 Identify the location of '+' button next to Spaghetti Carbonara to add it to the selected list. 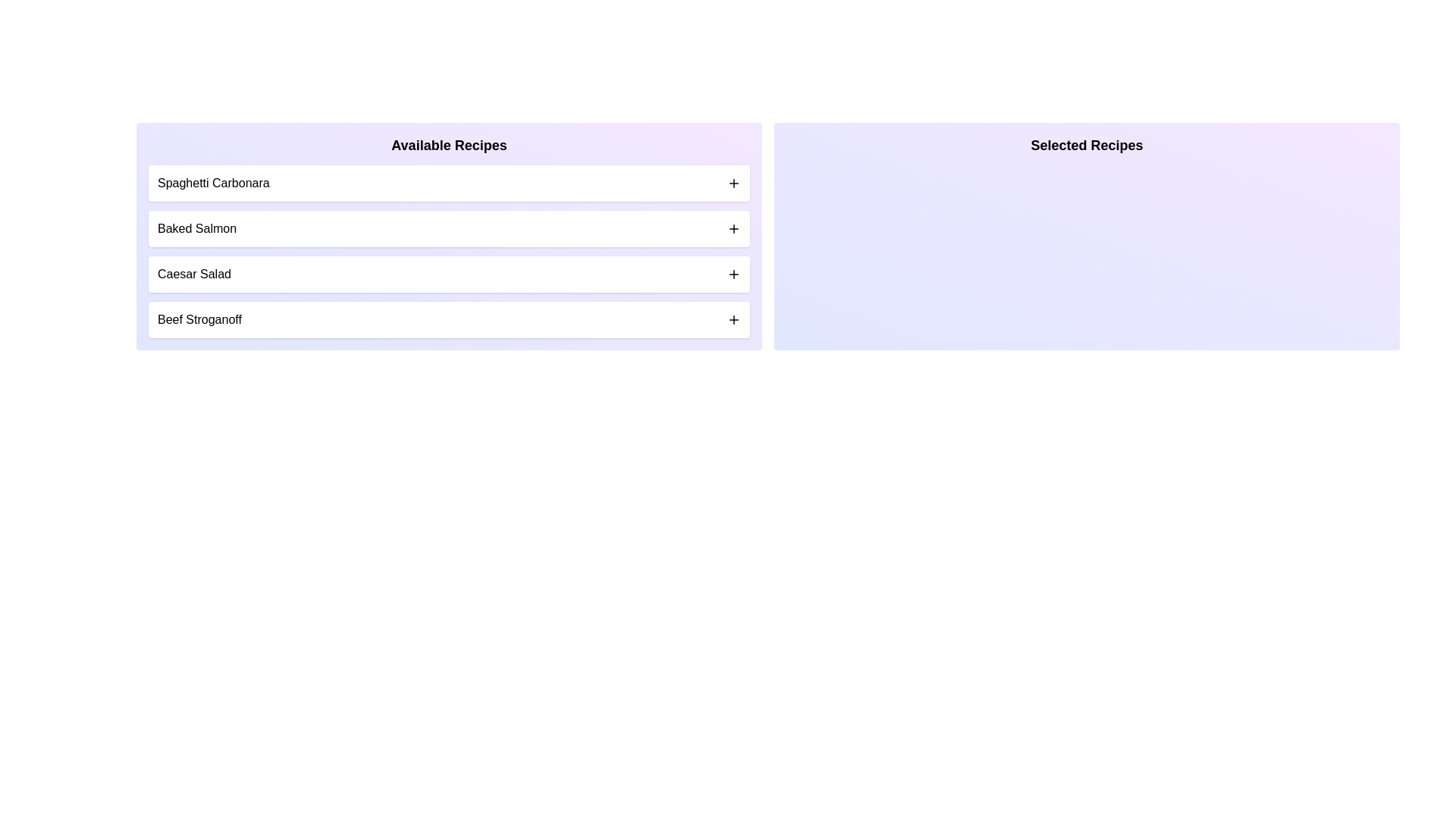
(734, 183).